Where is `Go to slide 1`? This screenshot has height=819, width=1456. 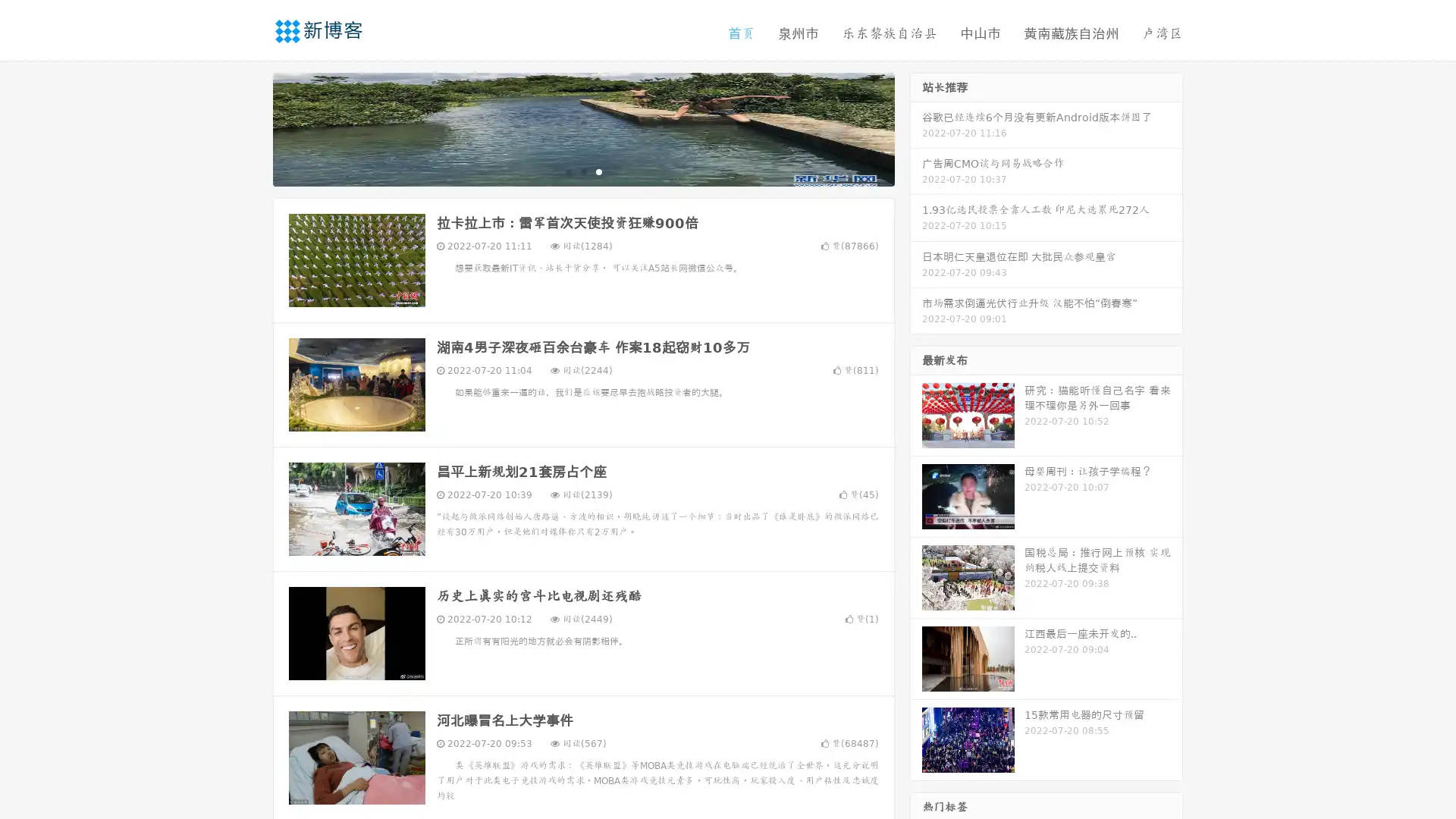 Go to slide 1 is located at coordinates (567, 171).